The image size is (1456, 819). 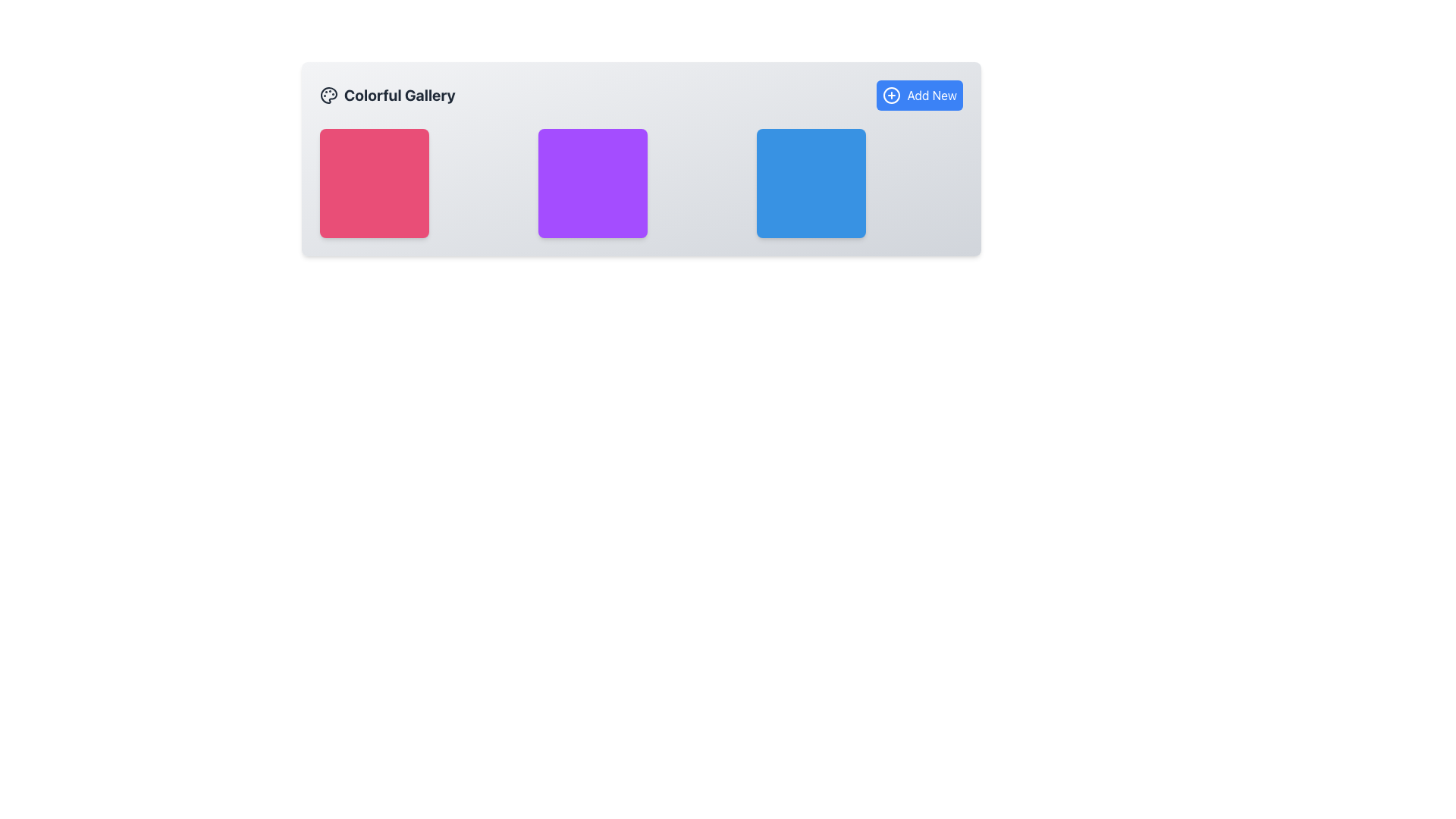 What do you see at coordinates (641, 183) in the screenshot?
I see `the second square in a grid of three squares, which has a purple background and rounded corners` at bounding box center [641, 183].